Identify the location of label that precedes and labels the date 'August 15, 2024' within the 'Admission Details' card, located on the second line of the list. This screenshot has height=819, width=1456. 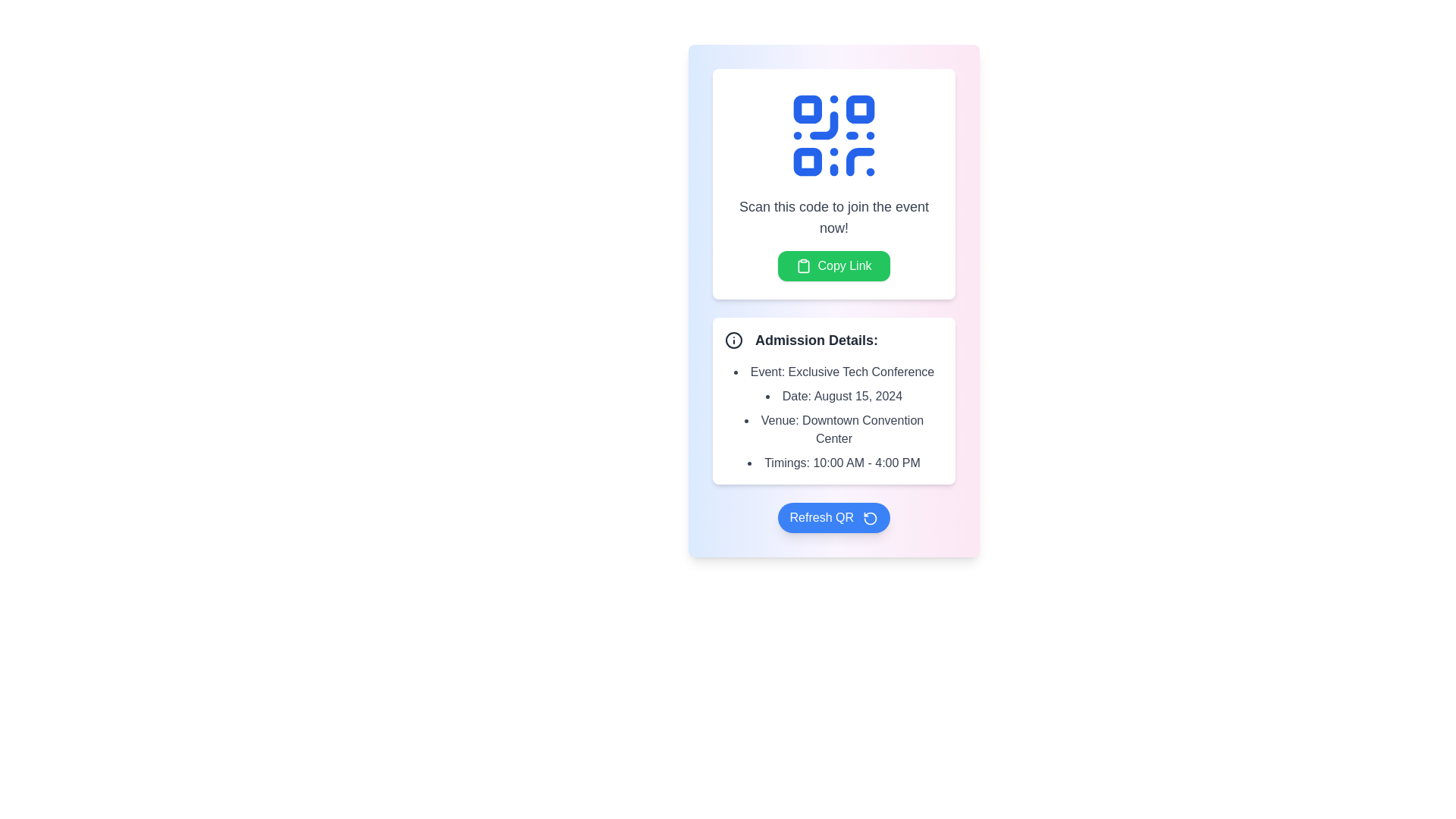
(796, 395).